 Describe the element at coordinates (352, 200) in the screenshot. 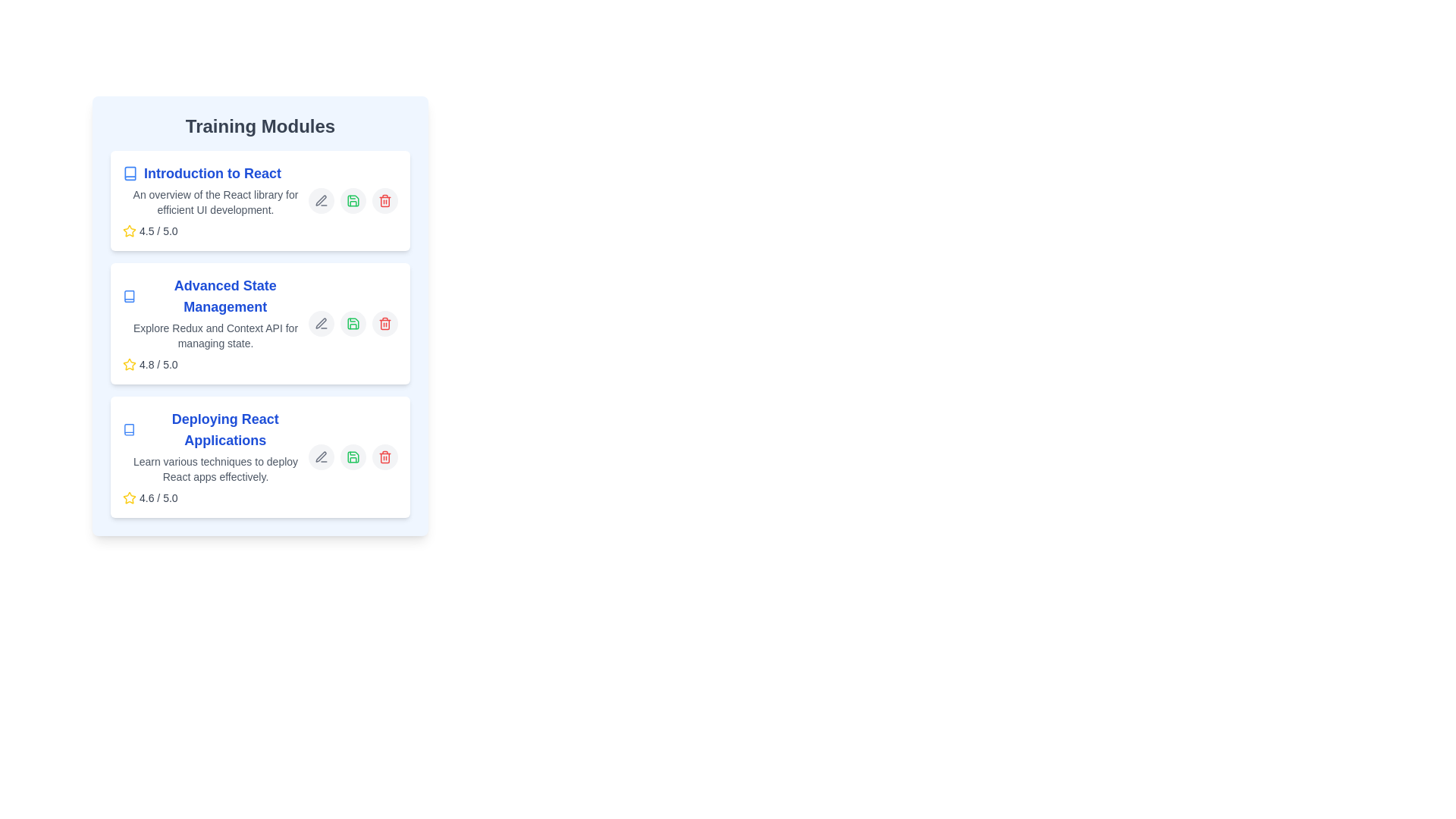

I see `the save button located in the actions group of the 'Introduction to React' training module, positioned between the pencil edit icon and the trash delete icon` at that location.